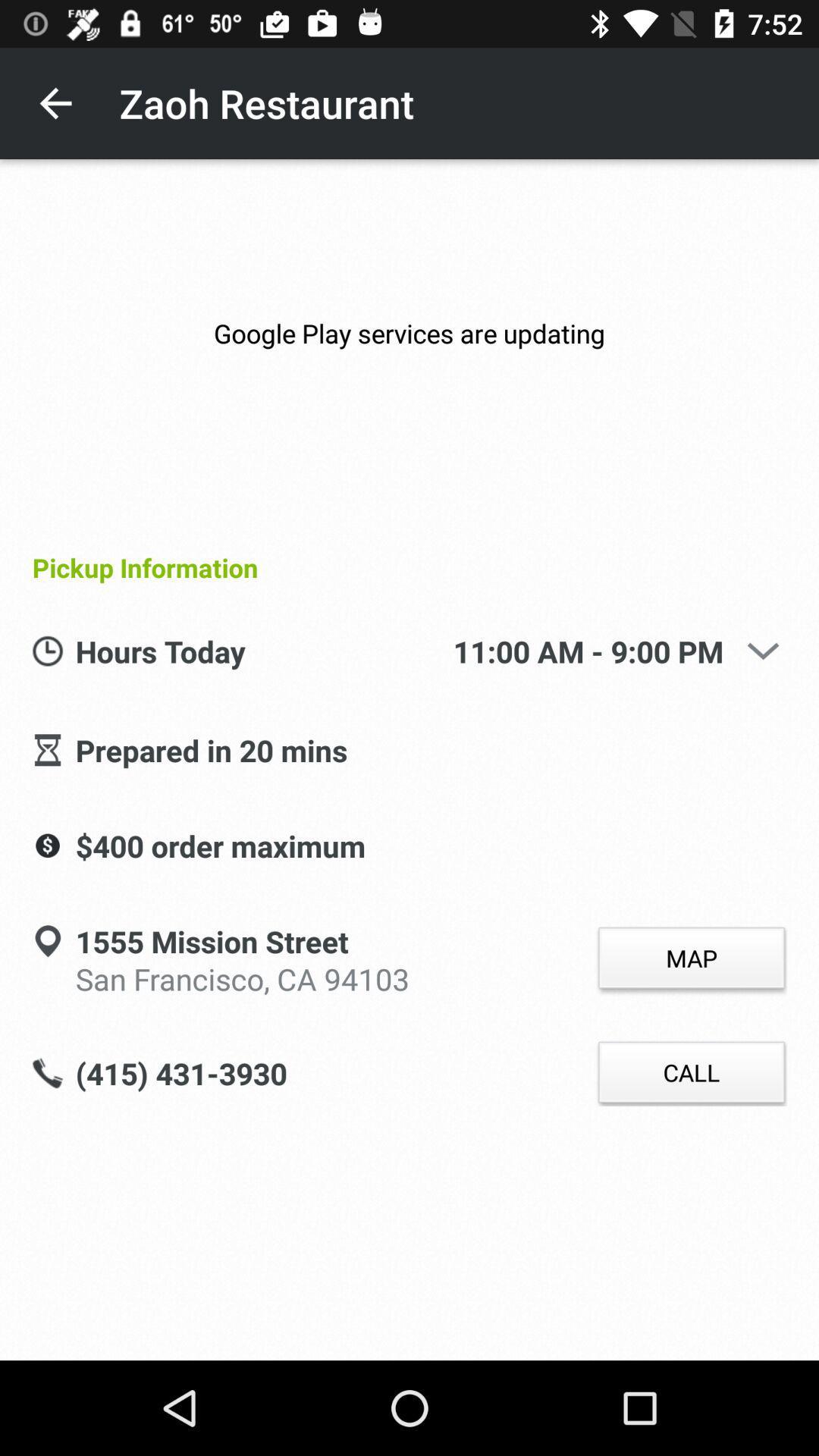  I want to click on icon above the prepared in 20, so click(263, 652).